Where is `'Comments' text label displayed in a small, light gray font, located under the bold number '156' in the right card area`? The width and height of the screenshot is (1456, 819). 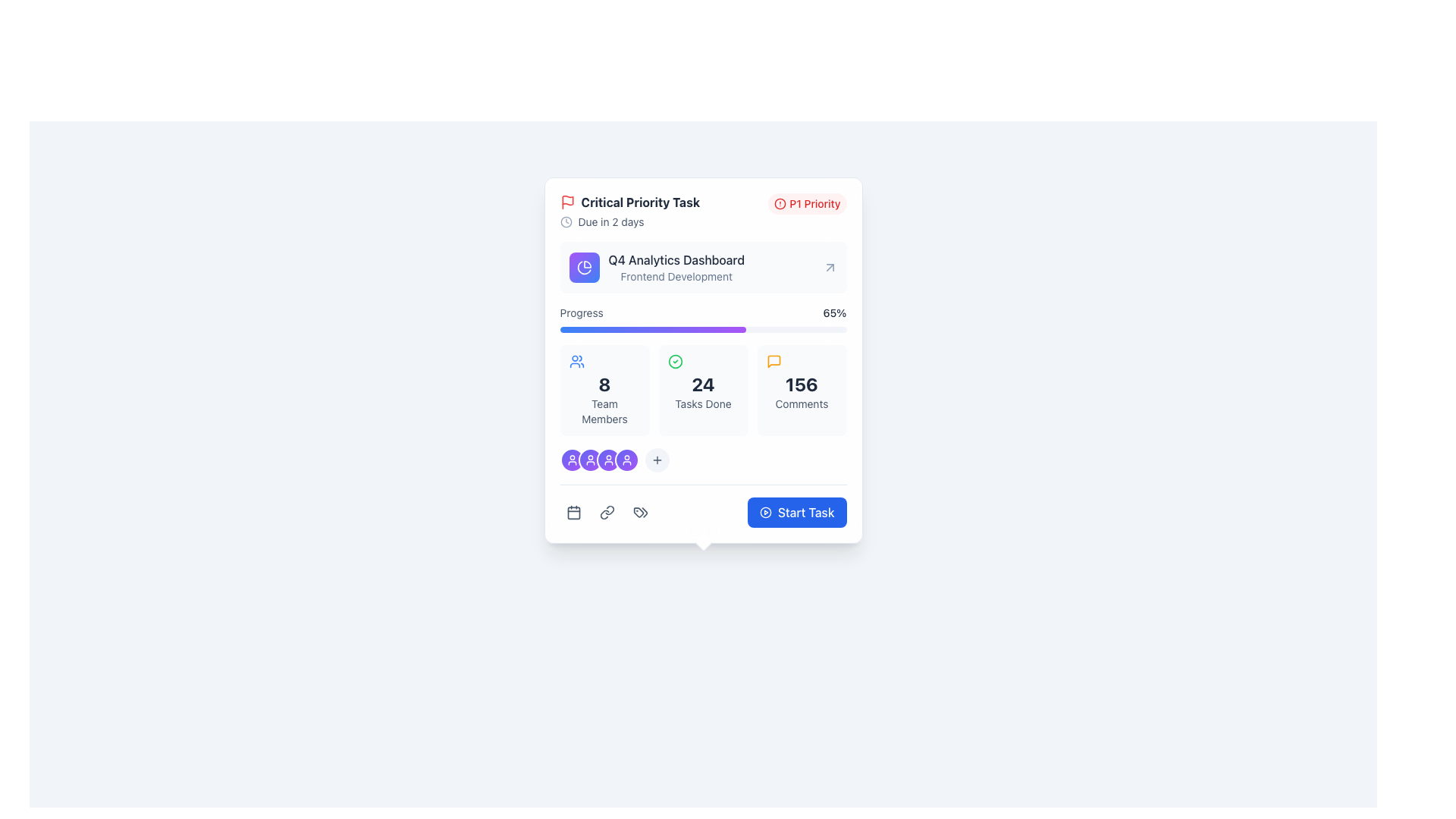 'Comments' text label displayed in a small, light gray font, located under the bold number '156' in the right card area is located at coordinates (801, 403).